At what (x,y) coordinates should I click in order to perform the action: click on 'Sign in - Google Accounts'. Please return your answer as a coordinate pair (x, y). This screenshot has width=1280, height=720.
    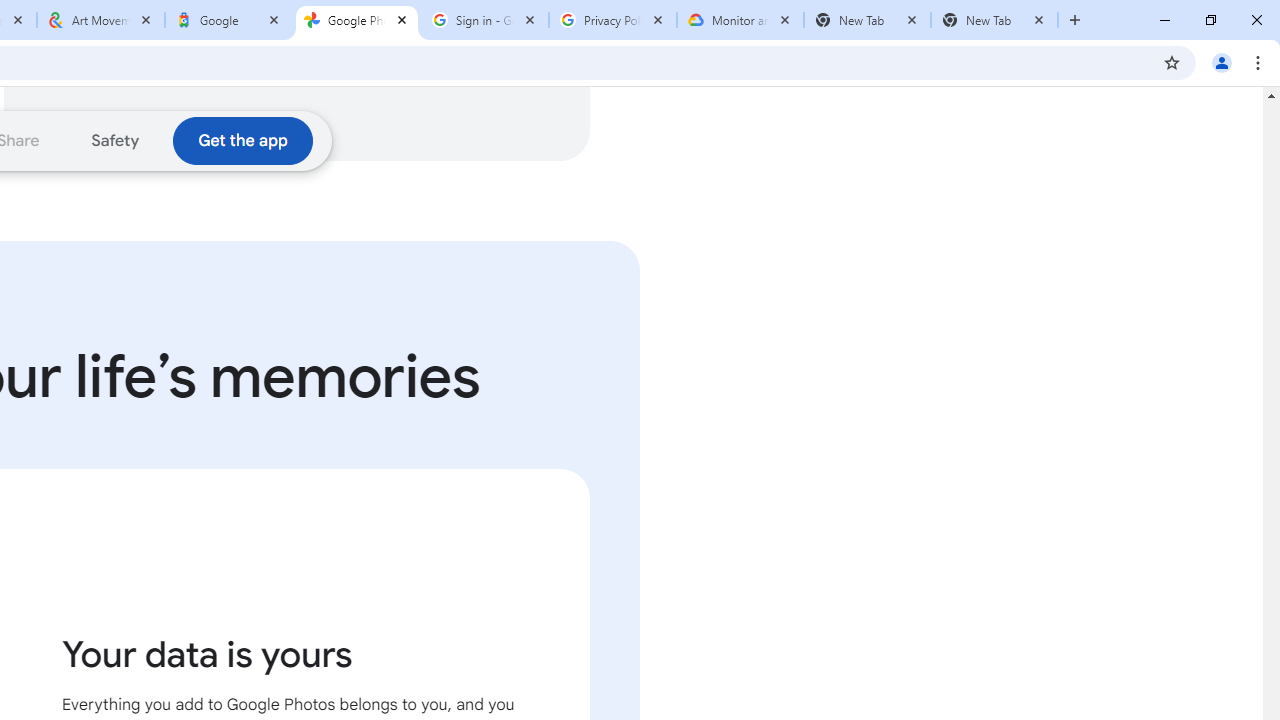
    Looking at the image, I should click on (485, 20).